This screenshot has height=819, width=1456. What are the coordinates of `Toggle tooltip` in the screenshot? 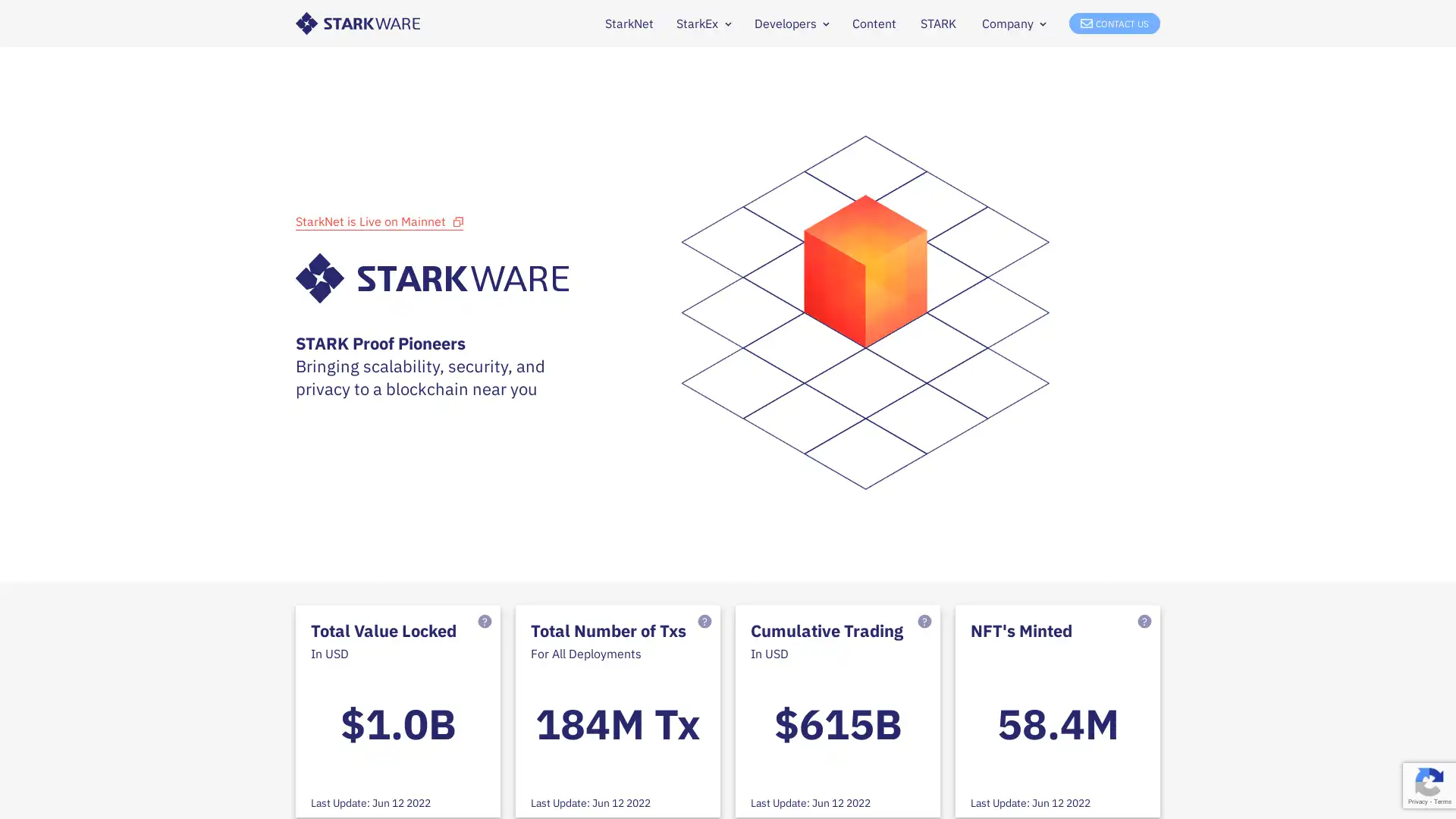 It's located at (1144, 623).